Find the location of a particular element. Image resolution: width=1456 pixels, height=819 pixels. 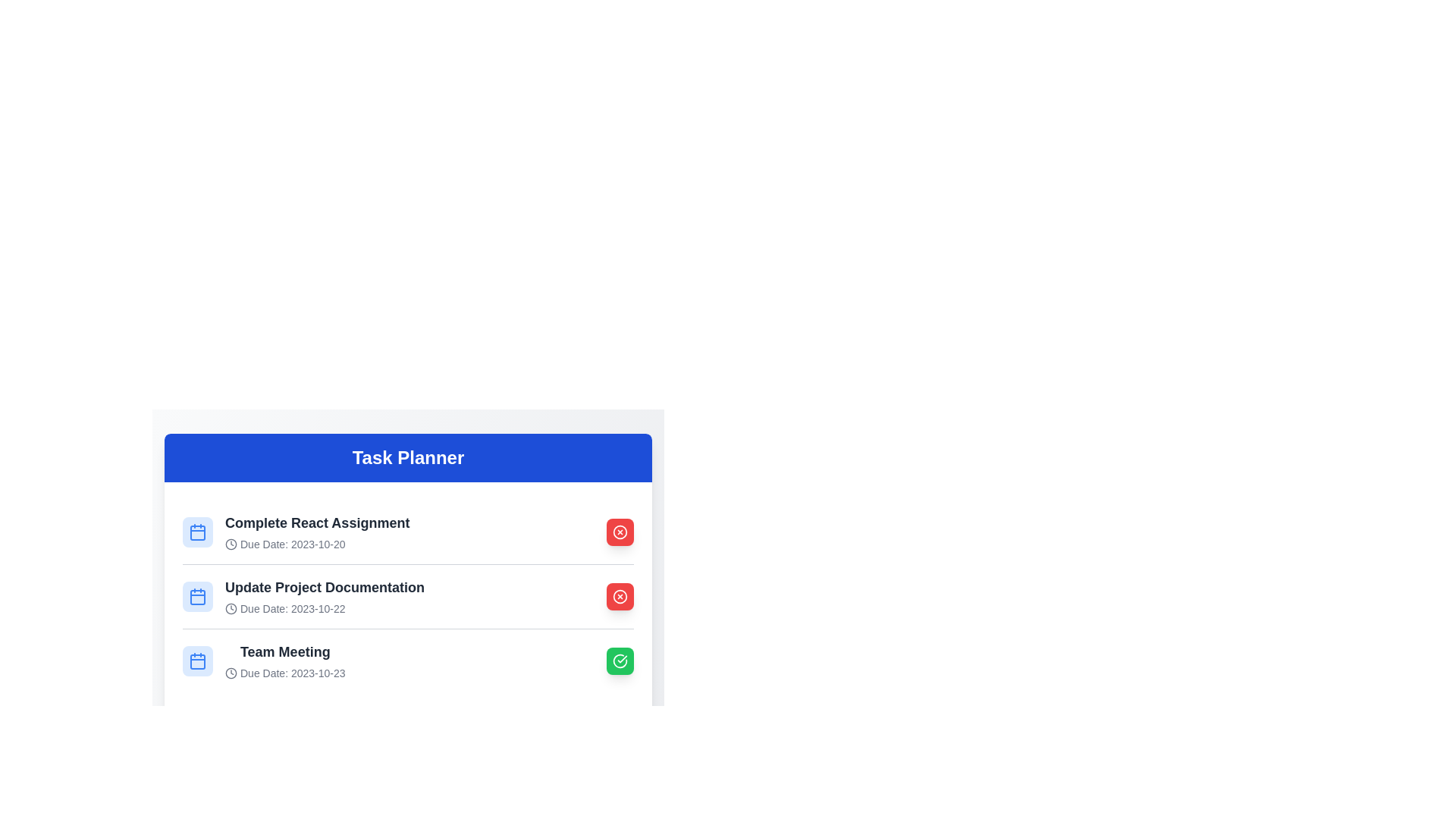

text 'Complete React Assignment' from the prominent heading at the top-left of the Task Planner panel is located at coordinates (316, 522).